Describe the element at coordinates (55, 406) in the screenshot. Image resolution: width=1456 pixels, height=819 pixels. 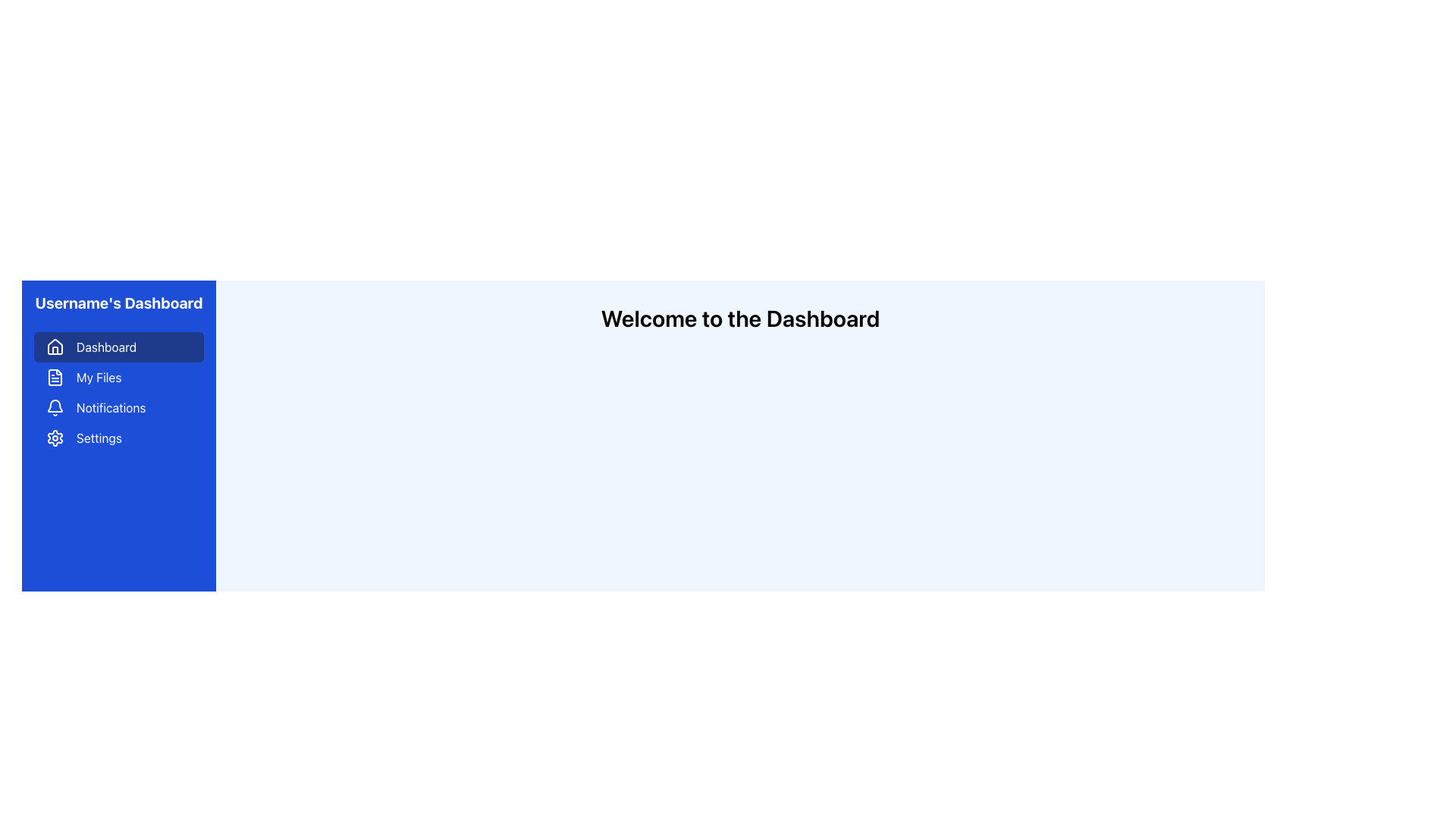
I see `the notification icon located to the left of the 'Notifications' text in the navigation menu` at that location.